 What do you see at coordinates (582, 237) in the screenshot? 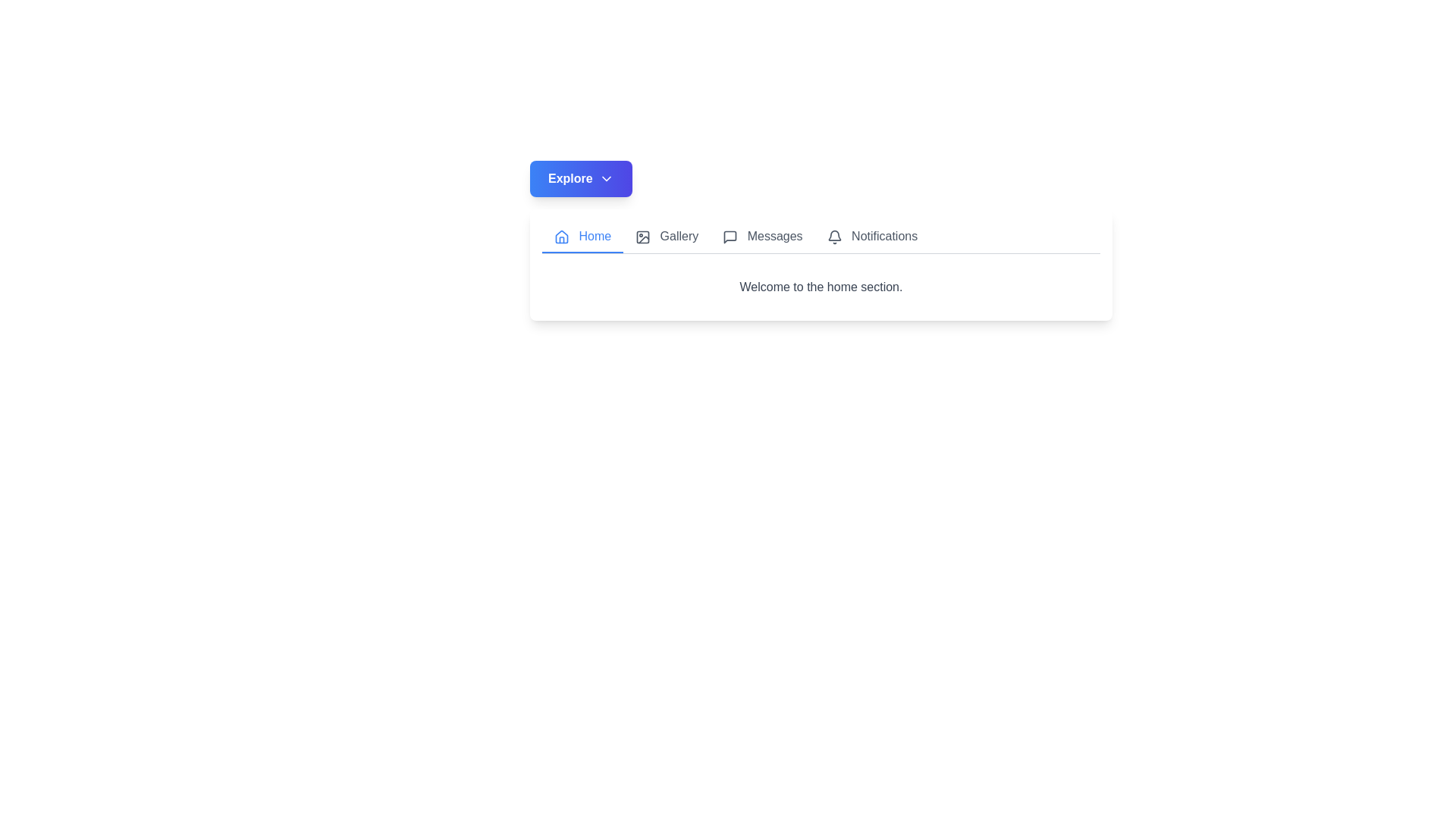
I see `the active 'Home' navigation tab` at bounding box center [582, 237].